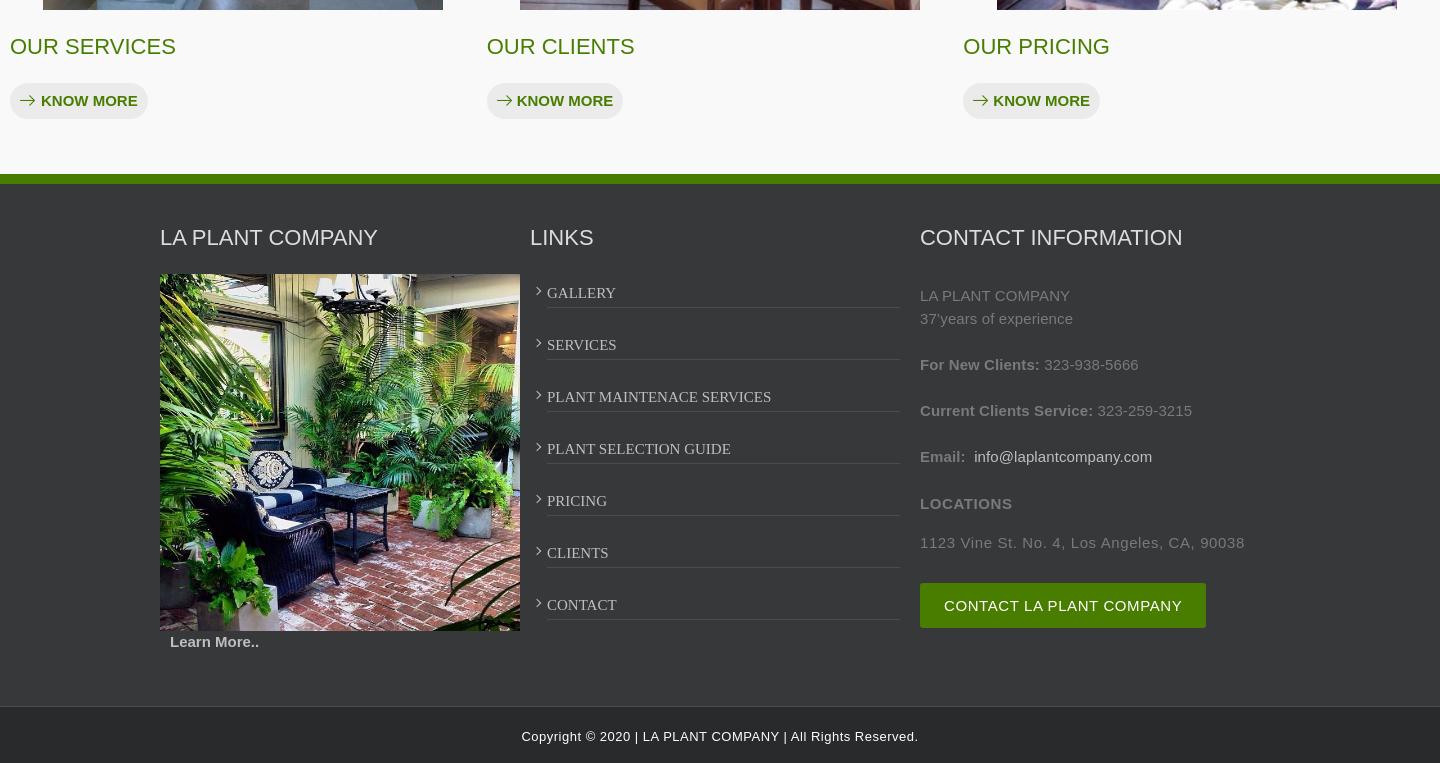 This screenshot has width=1440, height=763. I want to click on '1123 Vine St. No. 4, Los Angeles, CA, 90038', so click(1080, 542).